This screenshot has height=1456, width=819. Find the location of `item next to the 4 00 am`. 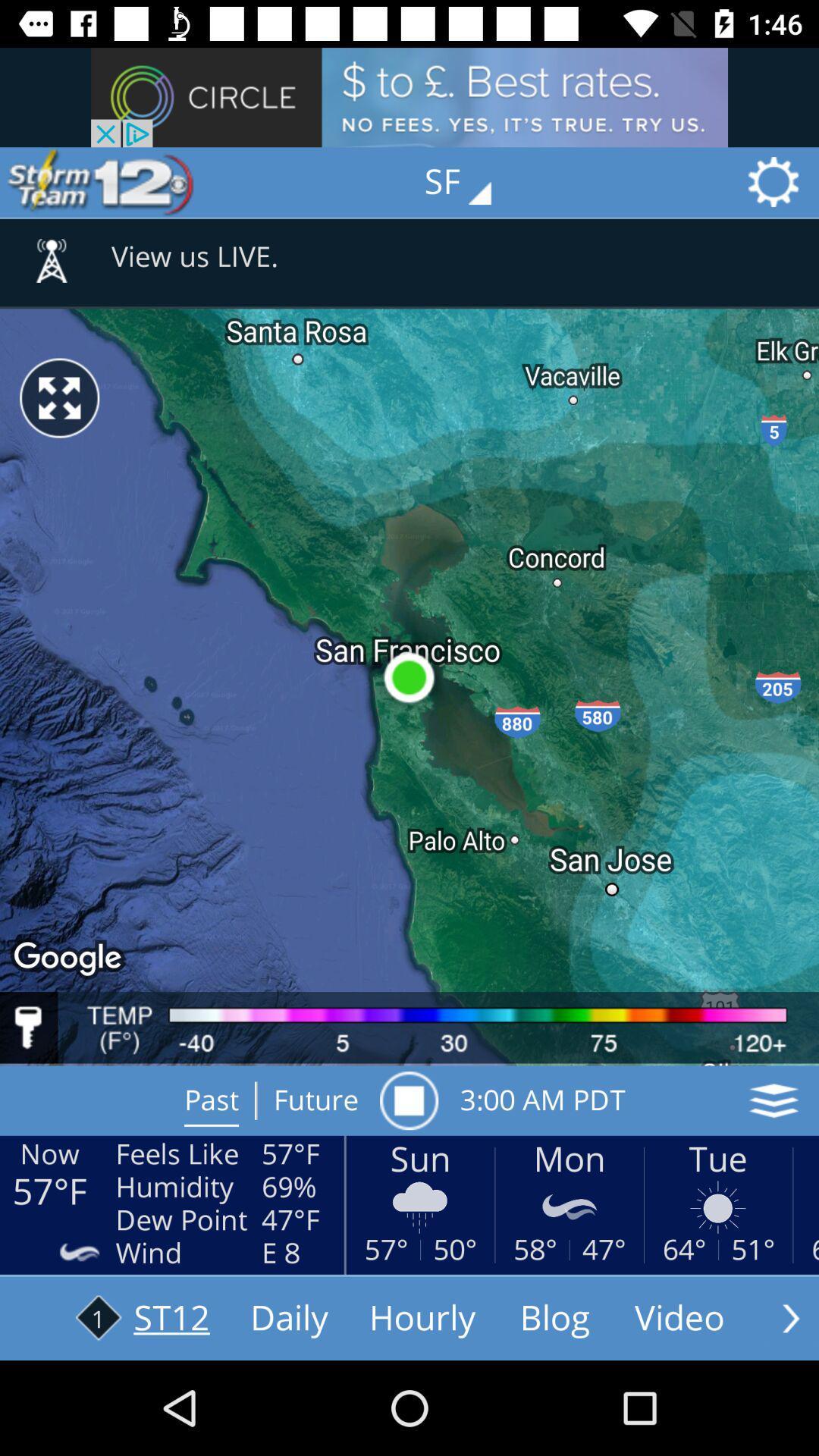

item next to the 4 00 am is located at coordinates (408, 1100).